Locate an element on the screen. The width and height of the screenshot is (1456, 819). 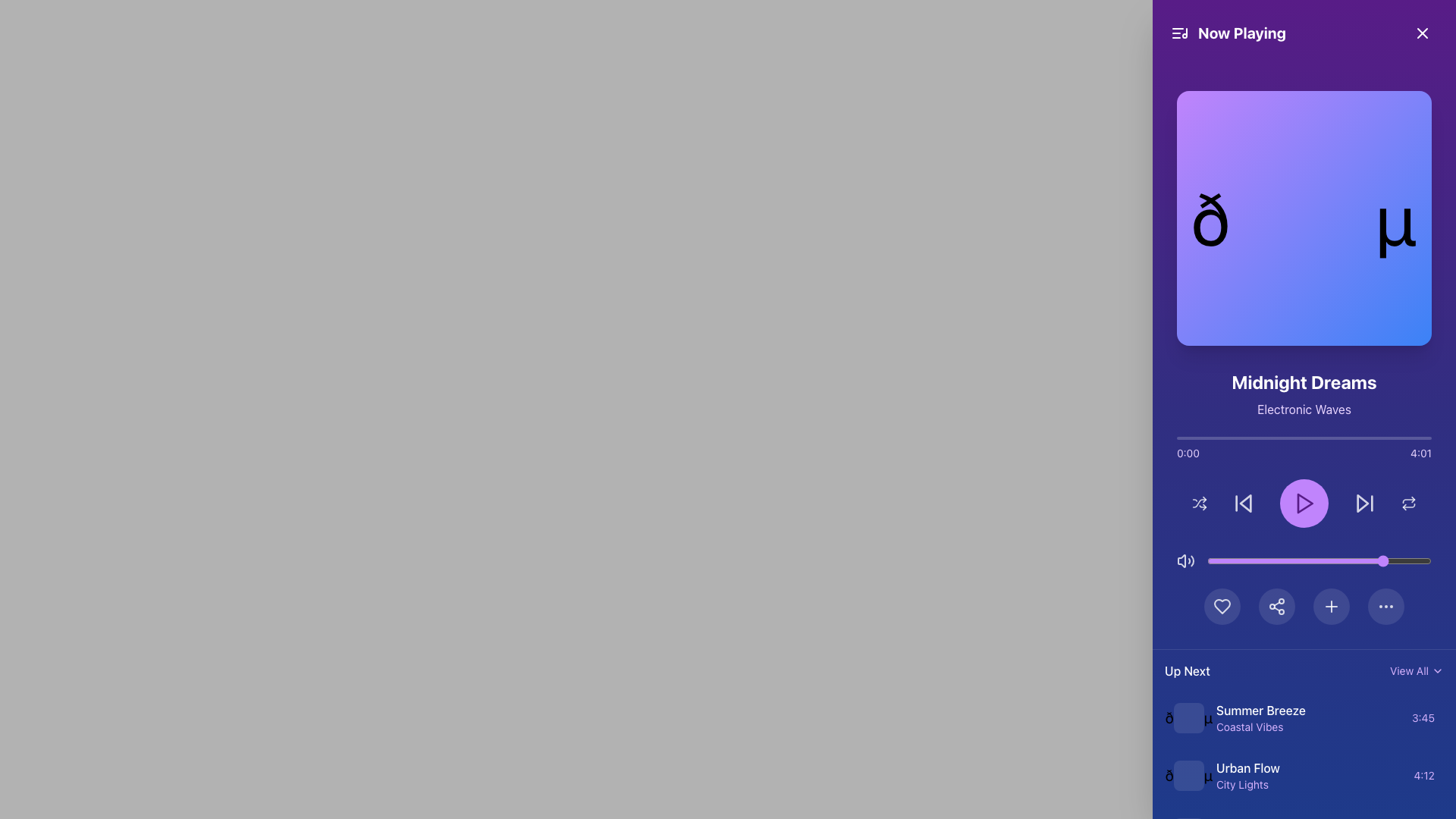
the heart-shaped button located in the control section at the bottom of the music interface to like or favorite the track is located at coordinates (1222, 605).